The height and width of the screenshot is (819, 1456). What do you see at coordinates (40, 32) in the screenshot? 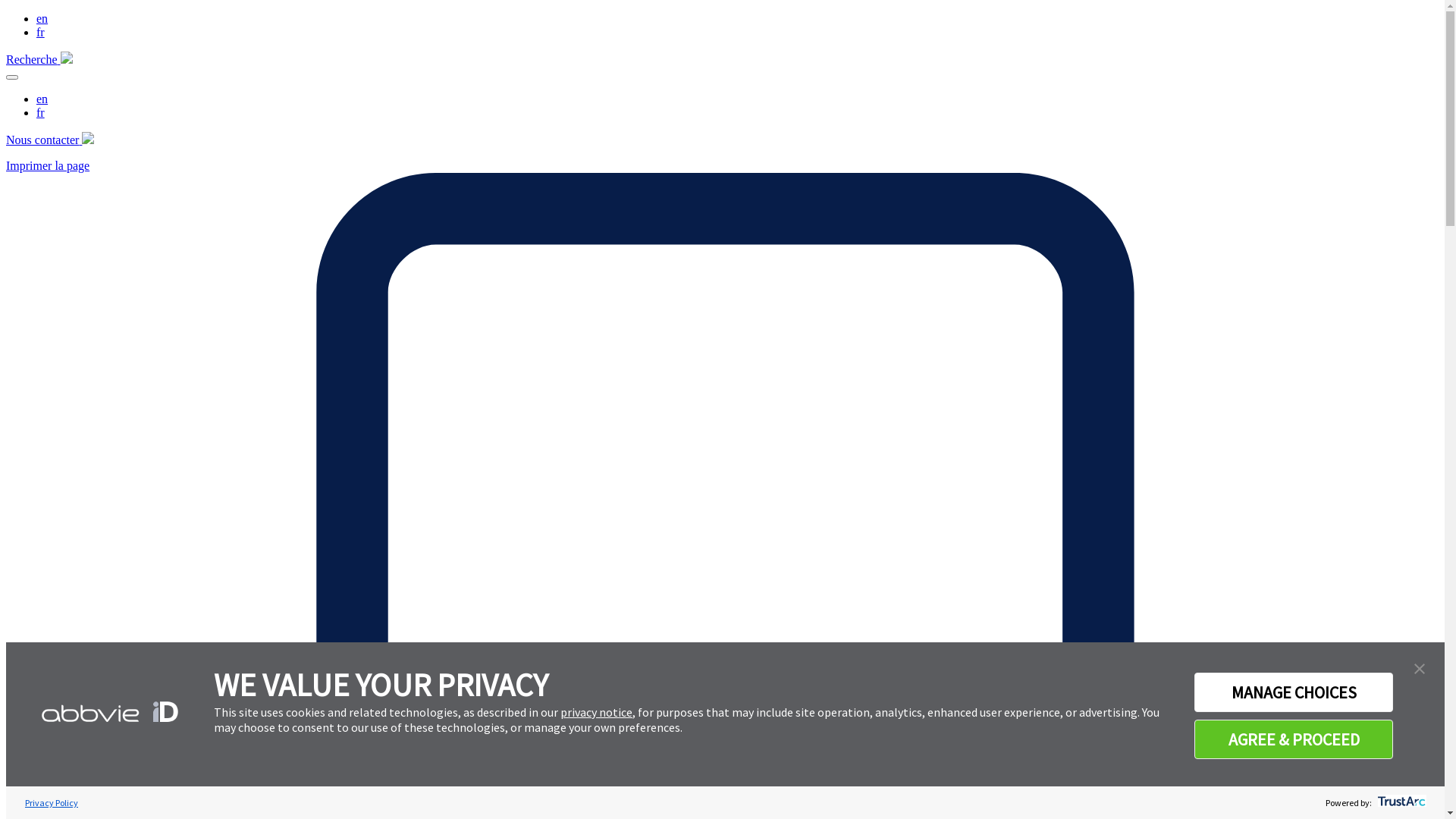
I see `'fr'` at bounding box center [40, 32].